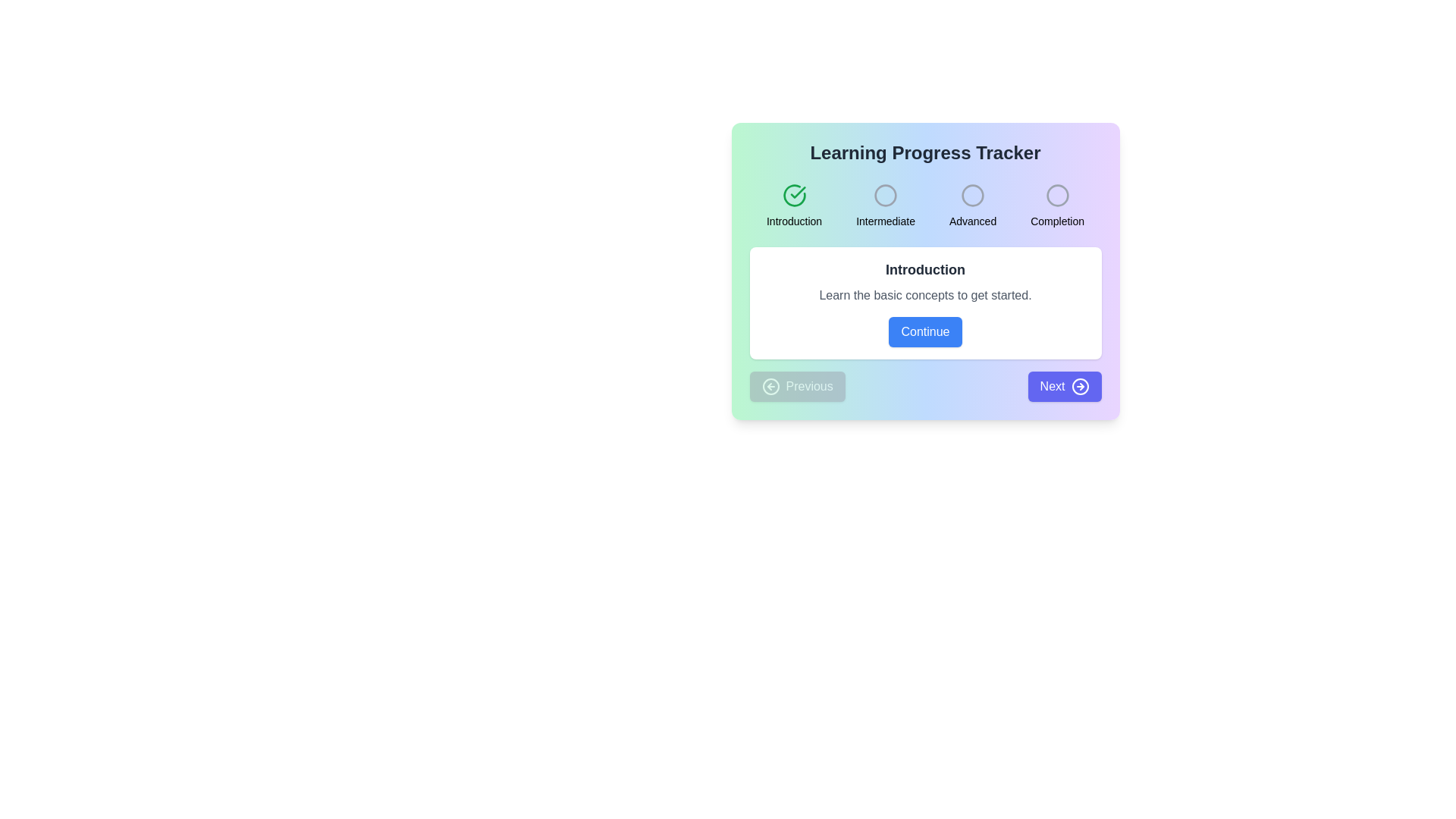  I want to click on the section heading text that informs users about the topic or purpose of the related content, so click(924, 268).